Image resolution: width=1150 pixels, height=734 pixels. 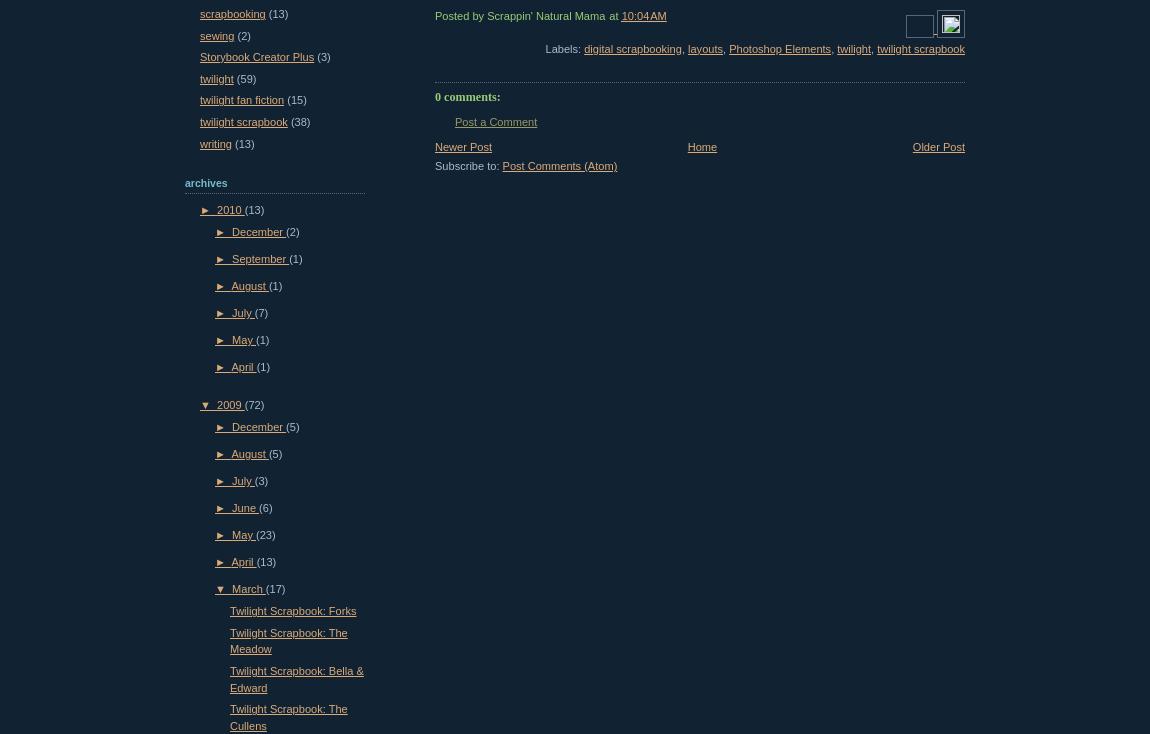 What do you see at coordinates (273, 589) in the screenshot?
I see `'(17)'` at bounding box center [273, 589].